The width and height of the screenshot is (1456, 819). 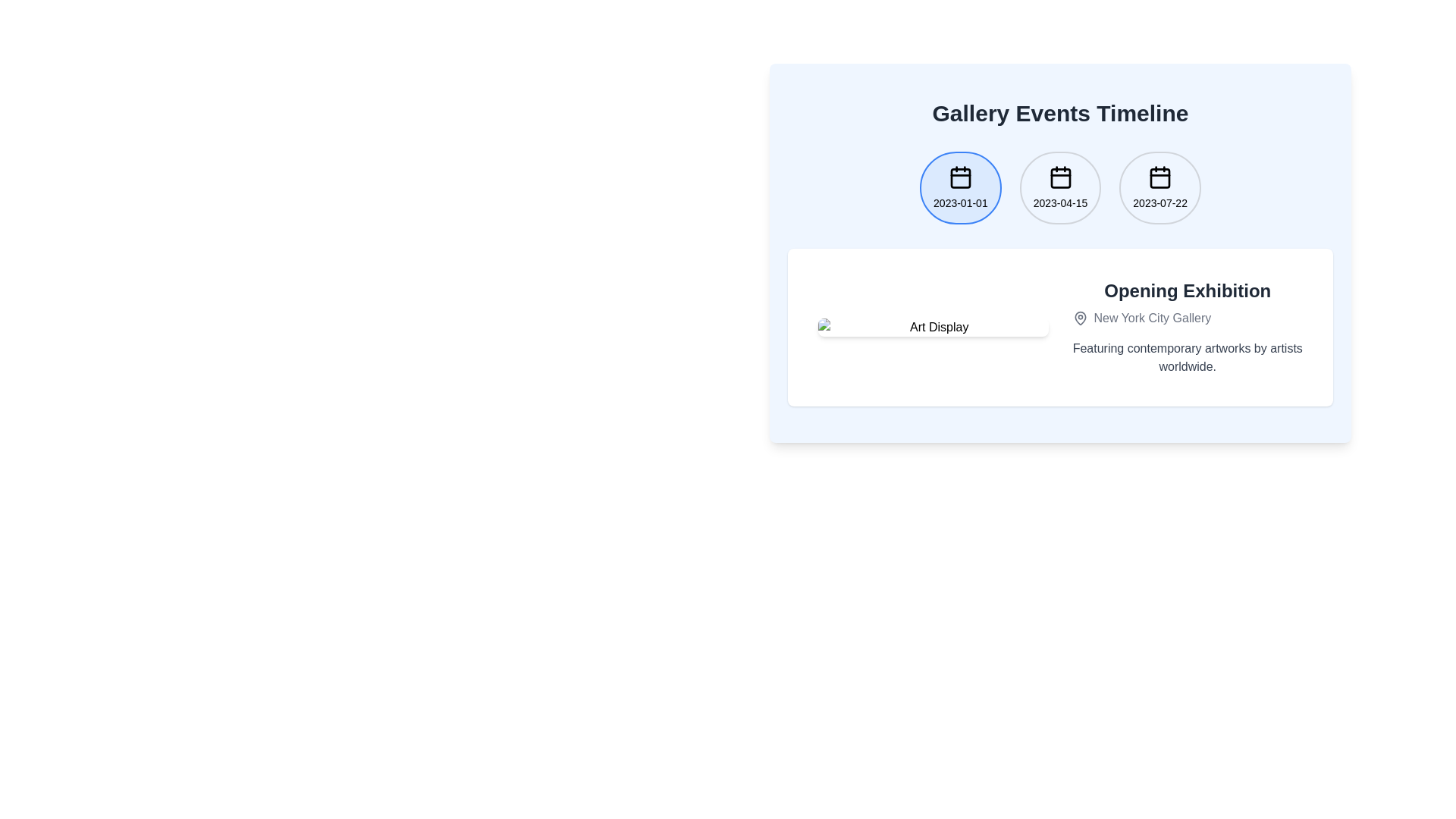 What do you see at coordinates (1059, 199) in the screenshot?
I see `the second button under the 'Gallery Events Timeline'` at bounding box center [1059, 199].